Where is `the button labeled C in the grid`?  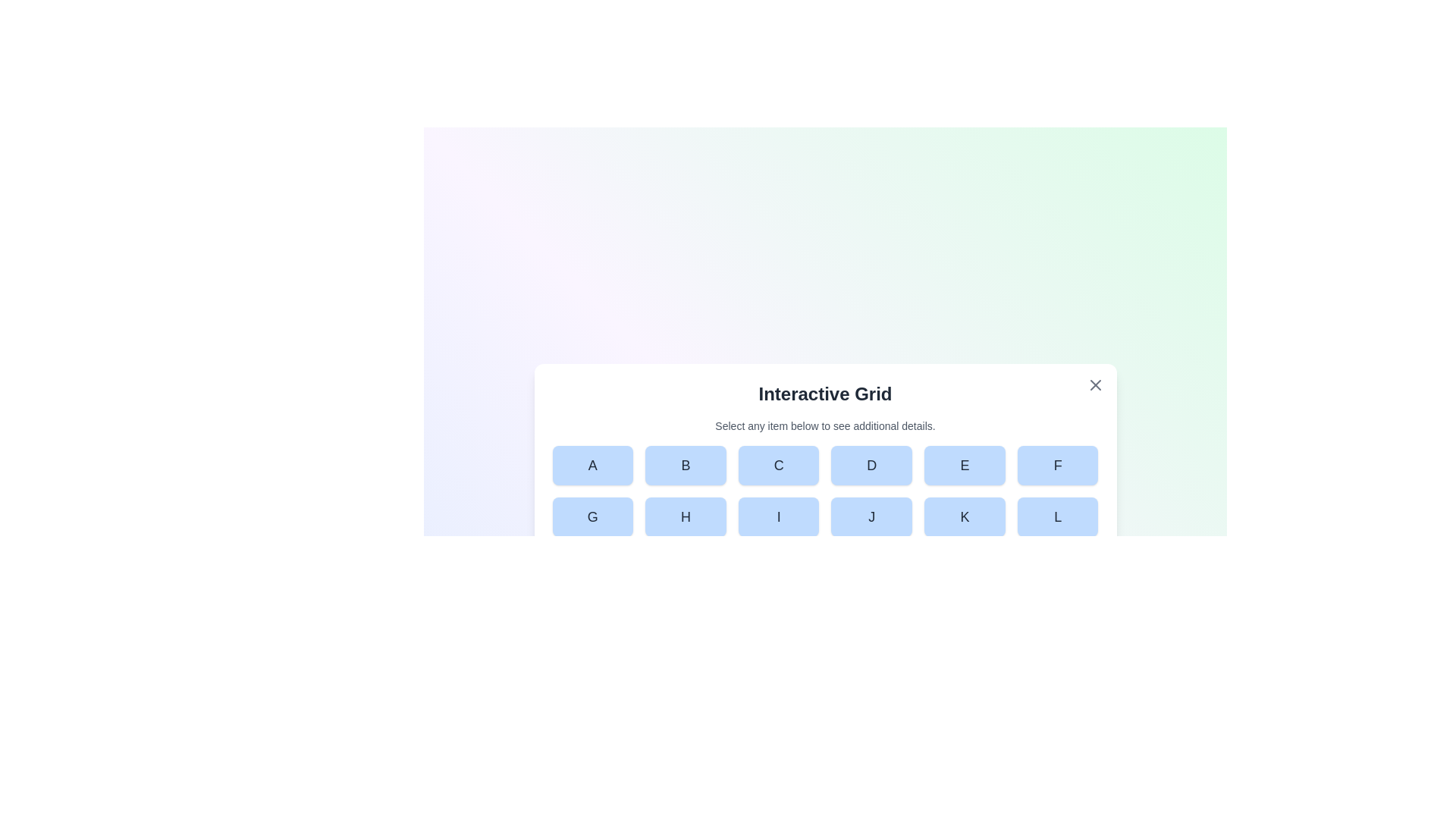 the button labeled C in the grid is located at coordinates (779, 464).